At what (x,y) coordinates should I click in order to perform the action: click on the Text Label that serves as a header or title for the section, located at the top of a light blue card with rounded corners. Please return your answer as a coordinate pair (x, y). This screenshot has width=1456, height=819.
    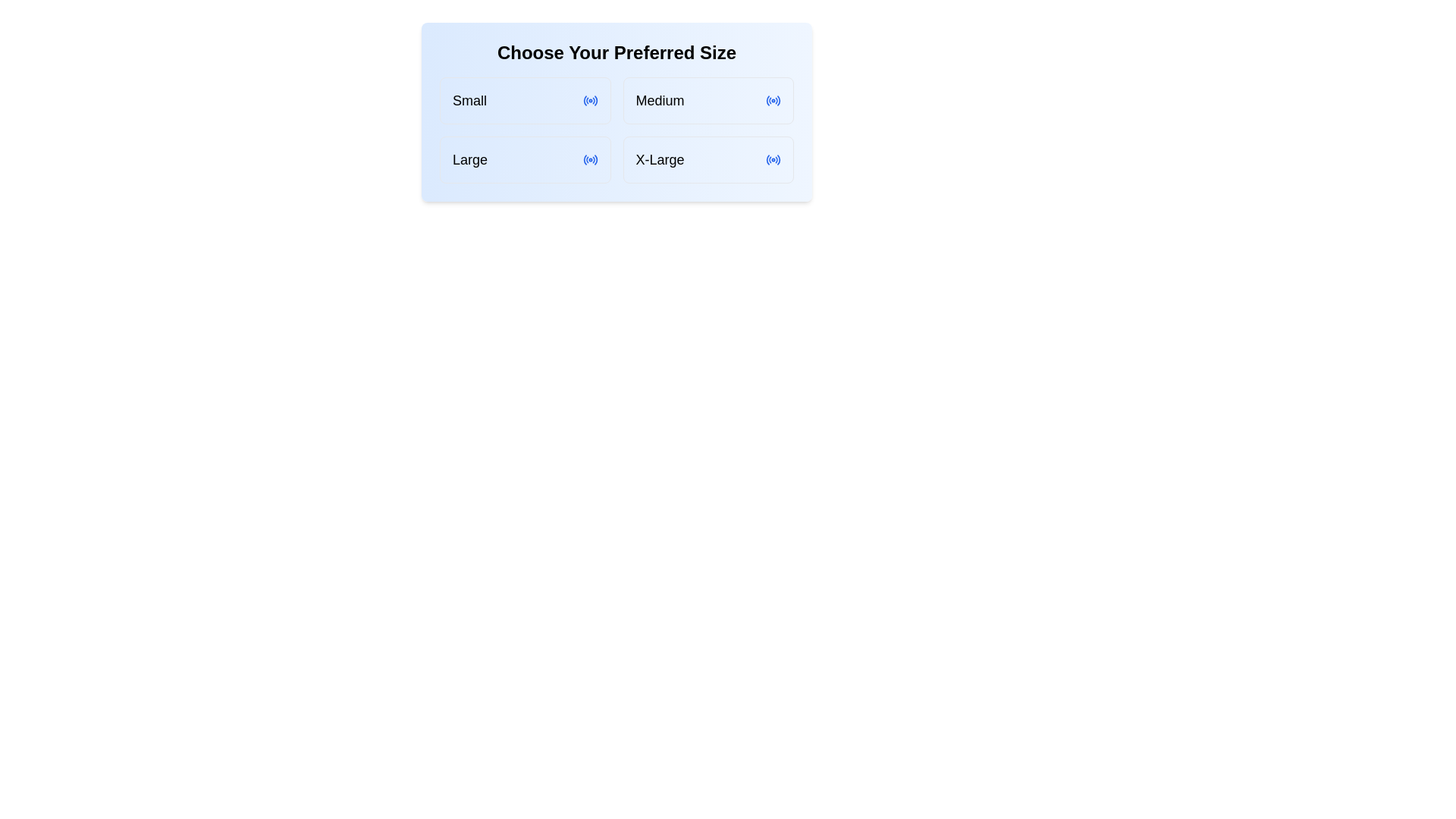
    Looking at the image, I should click on (617, 52).